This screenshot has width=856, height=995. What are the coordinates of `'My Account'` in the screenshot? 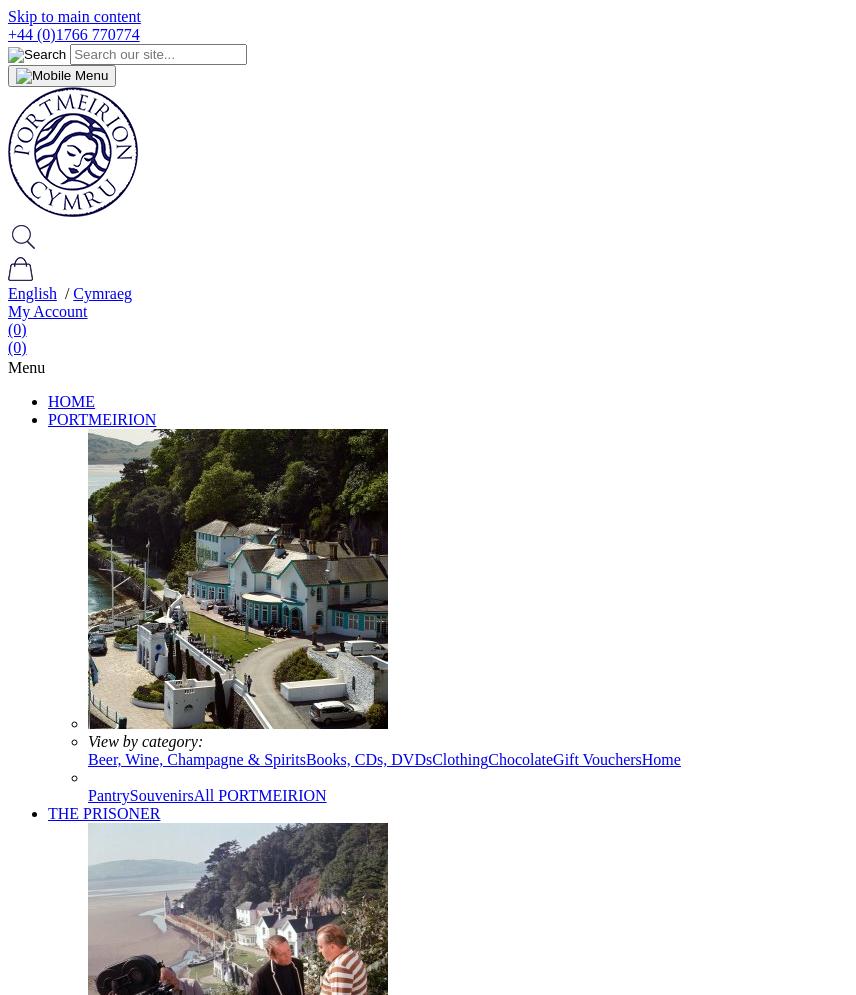 It's located at (46, 311).